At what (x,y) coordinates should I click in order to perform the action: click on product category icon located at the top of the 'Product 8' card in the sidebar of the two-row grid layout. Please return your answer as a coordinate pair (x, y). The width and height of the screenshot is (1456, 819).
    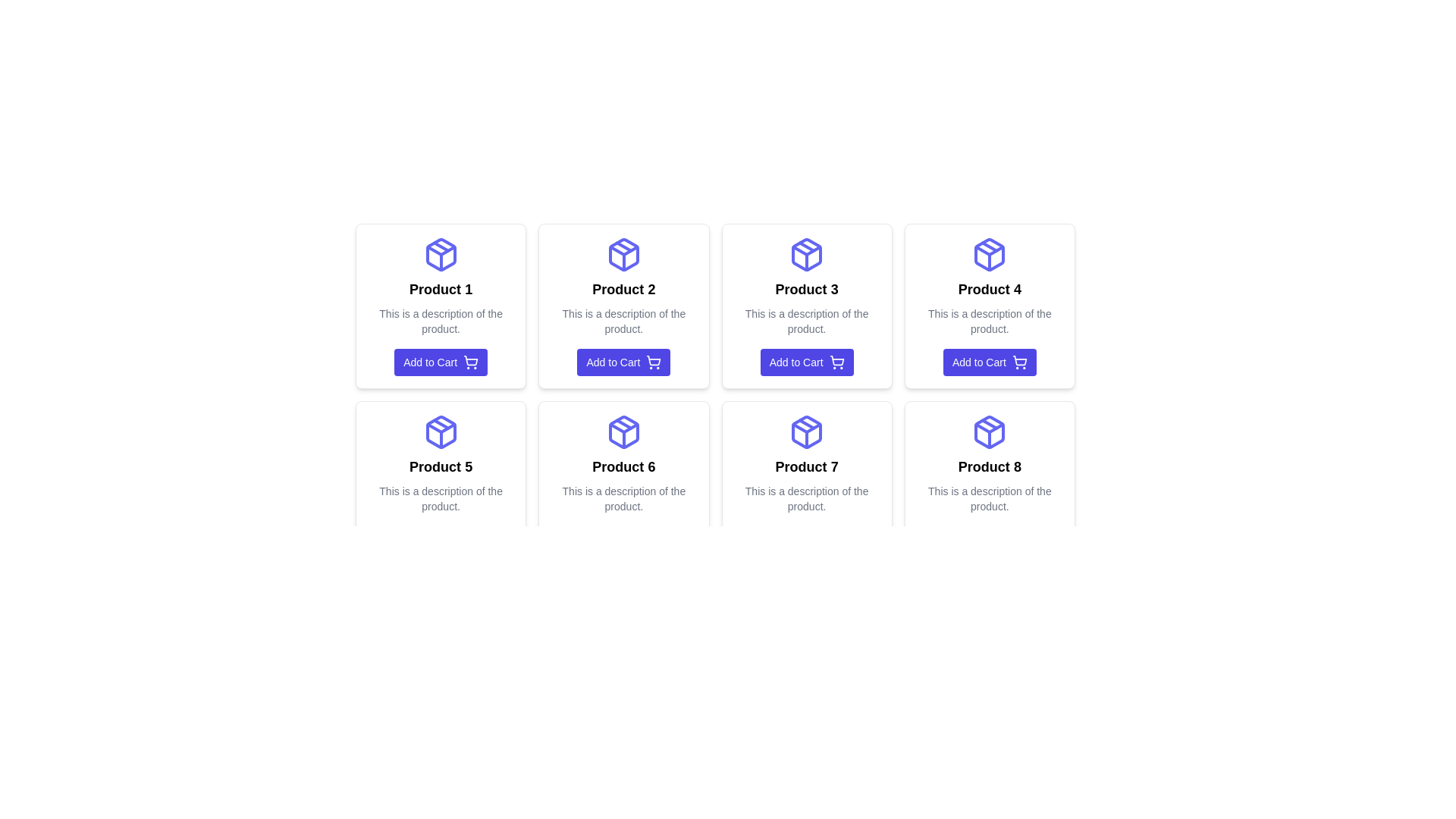
    Looking at the image, I should click on (990, 432).